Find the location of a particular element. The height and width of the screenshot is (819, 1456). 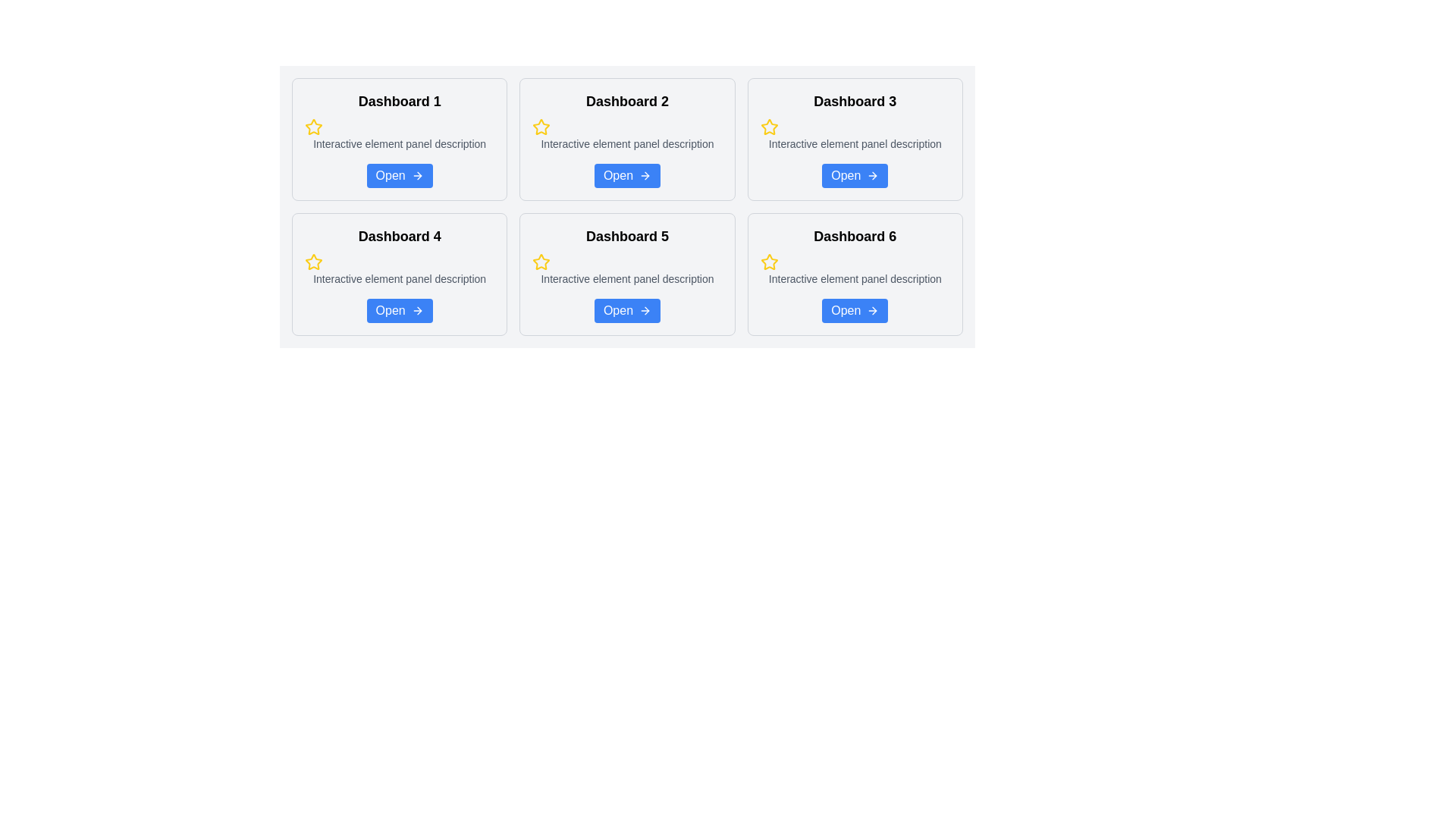

the Text Label located under the heading 'Dashboard 5' and above the blue button labeled 'Open' is located at coordinates (627, 278).